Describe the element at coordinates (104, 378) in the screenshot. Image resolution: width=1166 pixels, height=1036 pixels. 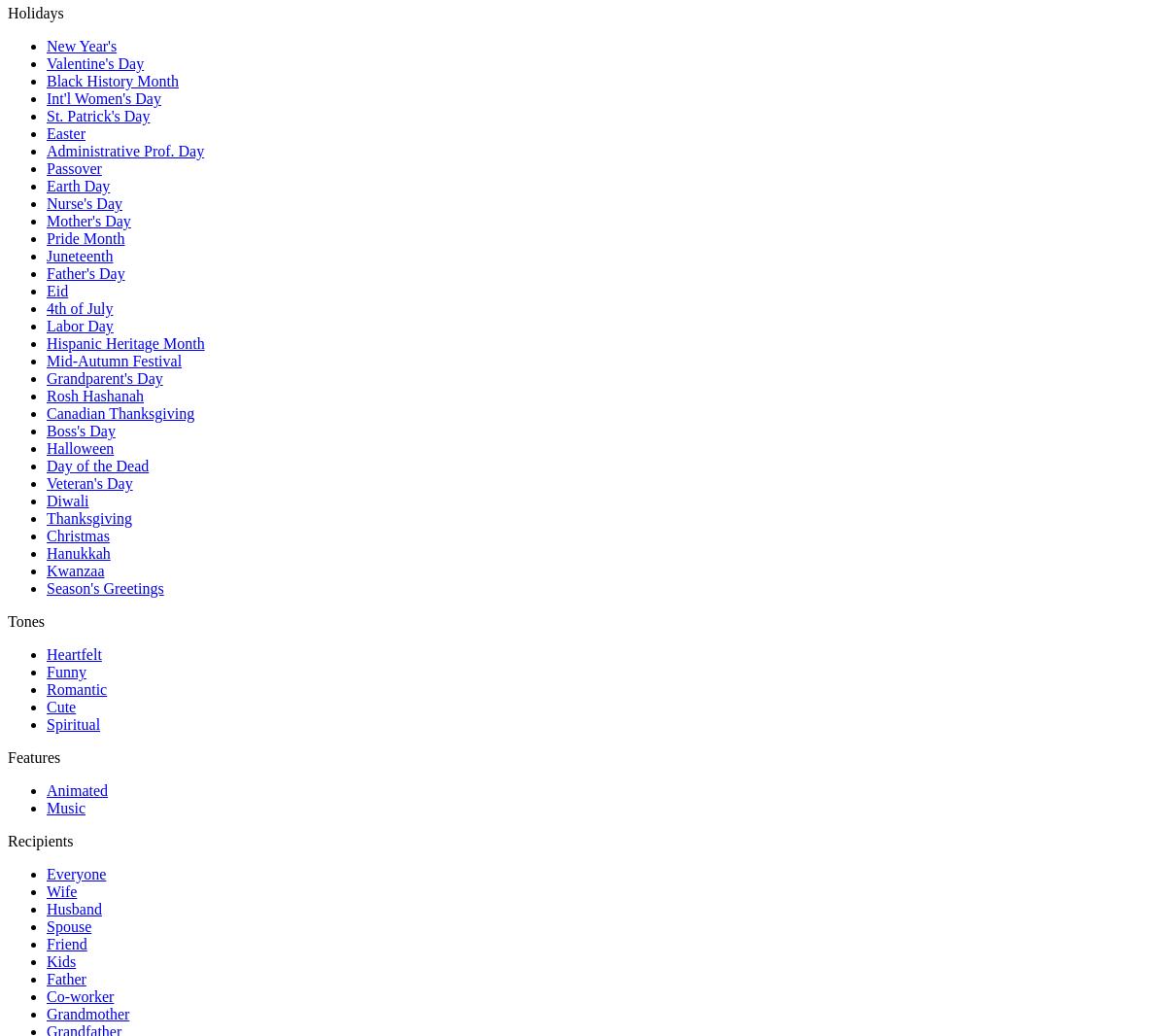
I see `'Grandparent's Day'` at that location.